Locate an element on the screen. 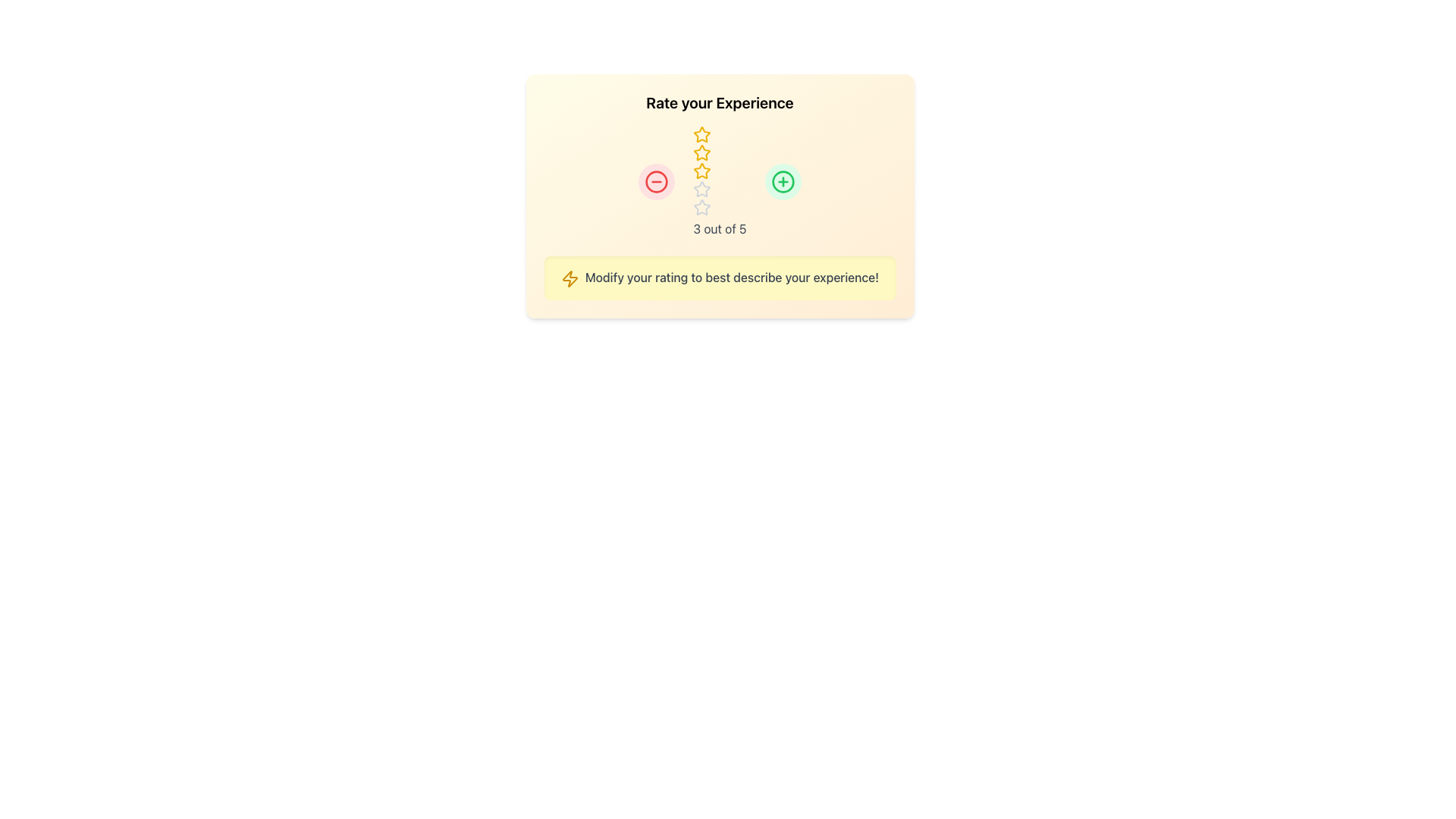 This screenshot has height=819, width=1456. the third hollow star icon in the 5-star rating system is located at coordinates (701, 188).